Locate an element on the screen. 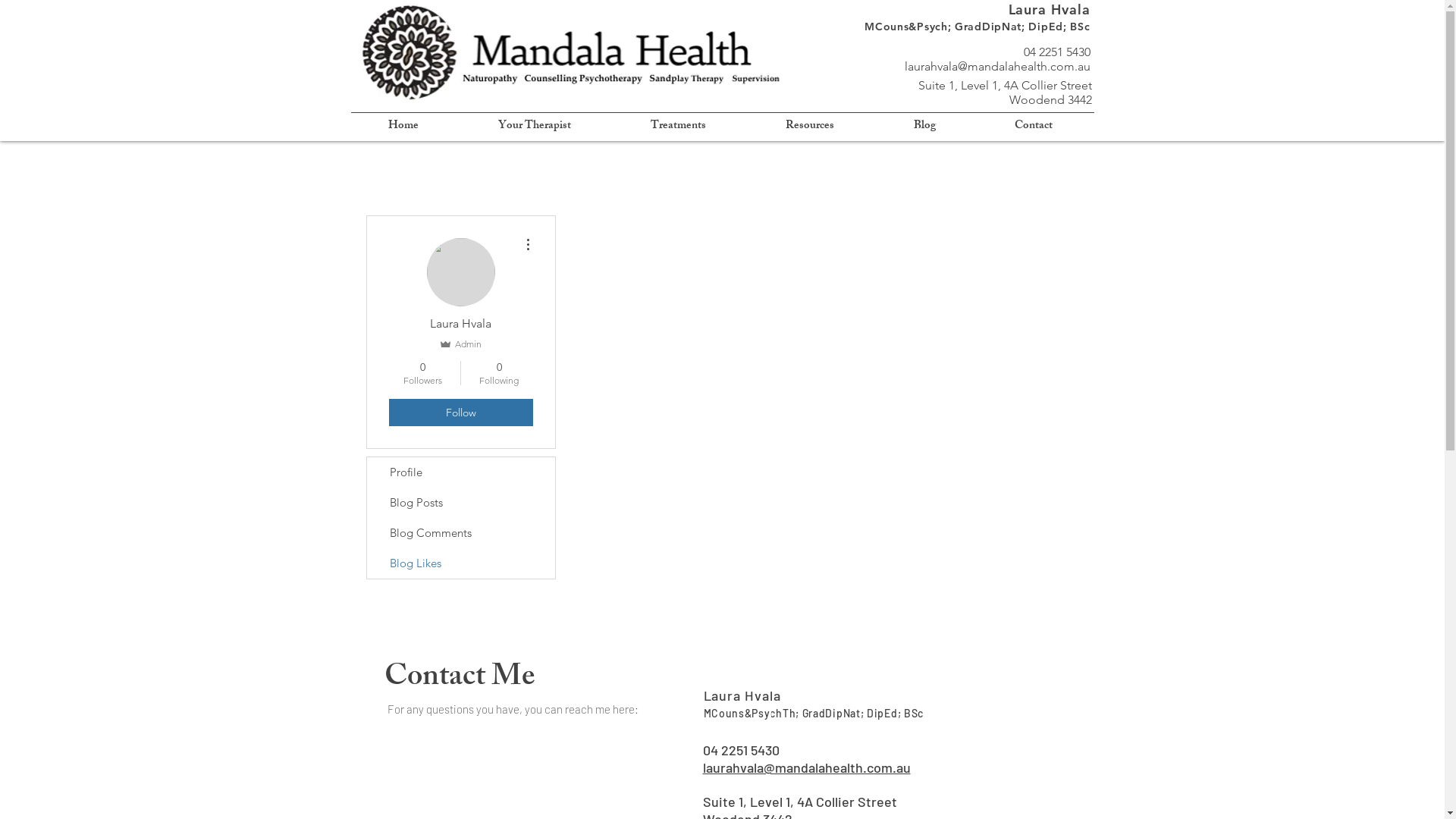  '04 2251 5430' is located at coordinates (740, 748).